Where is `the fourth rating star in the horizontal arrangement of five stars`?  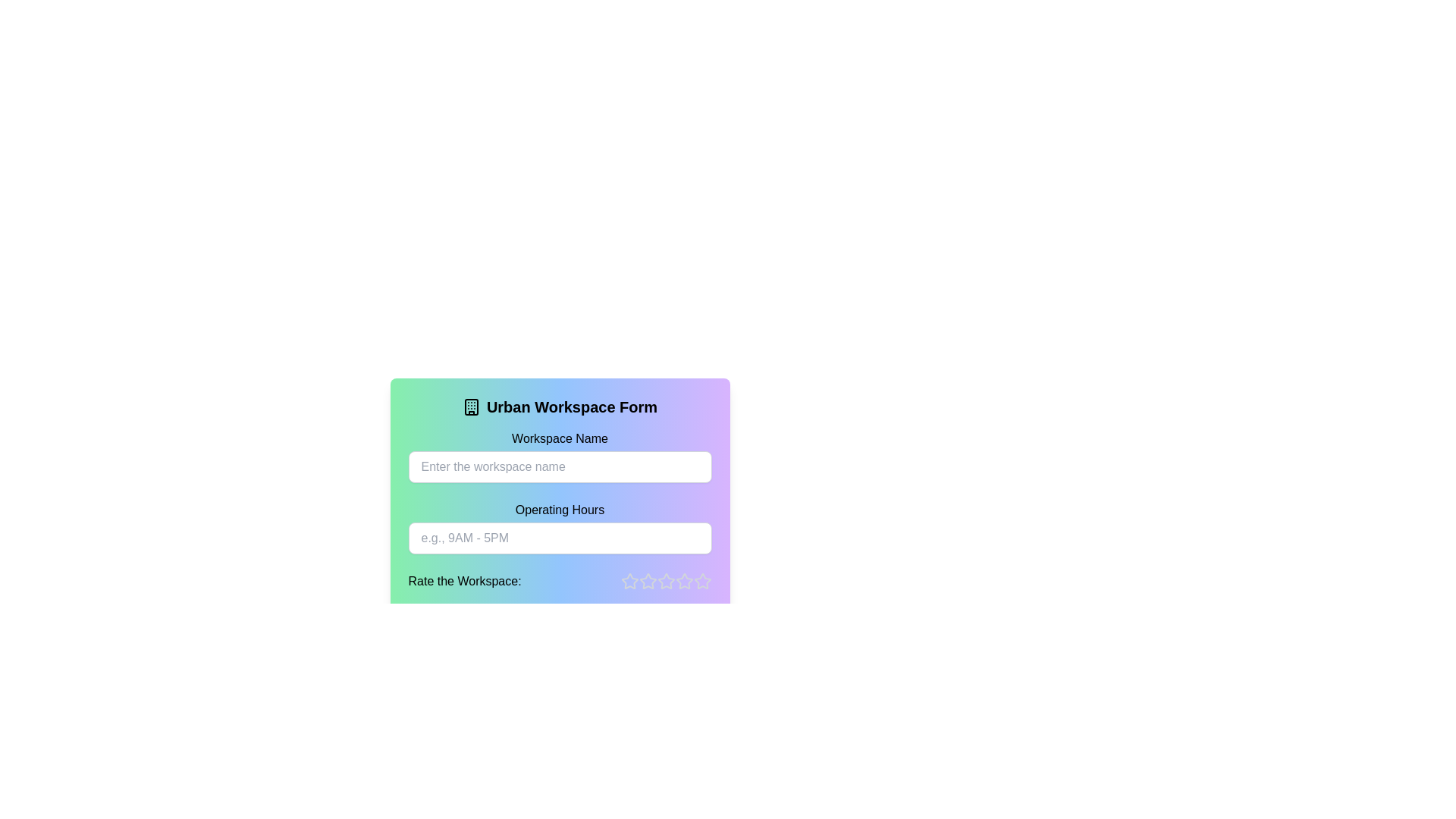
the fourth rating star in the horizontal arrangement of five stars is located at coordinates (683, 580).